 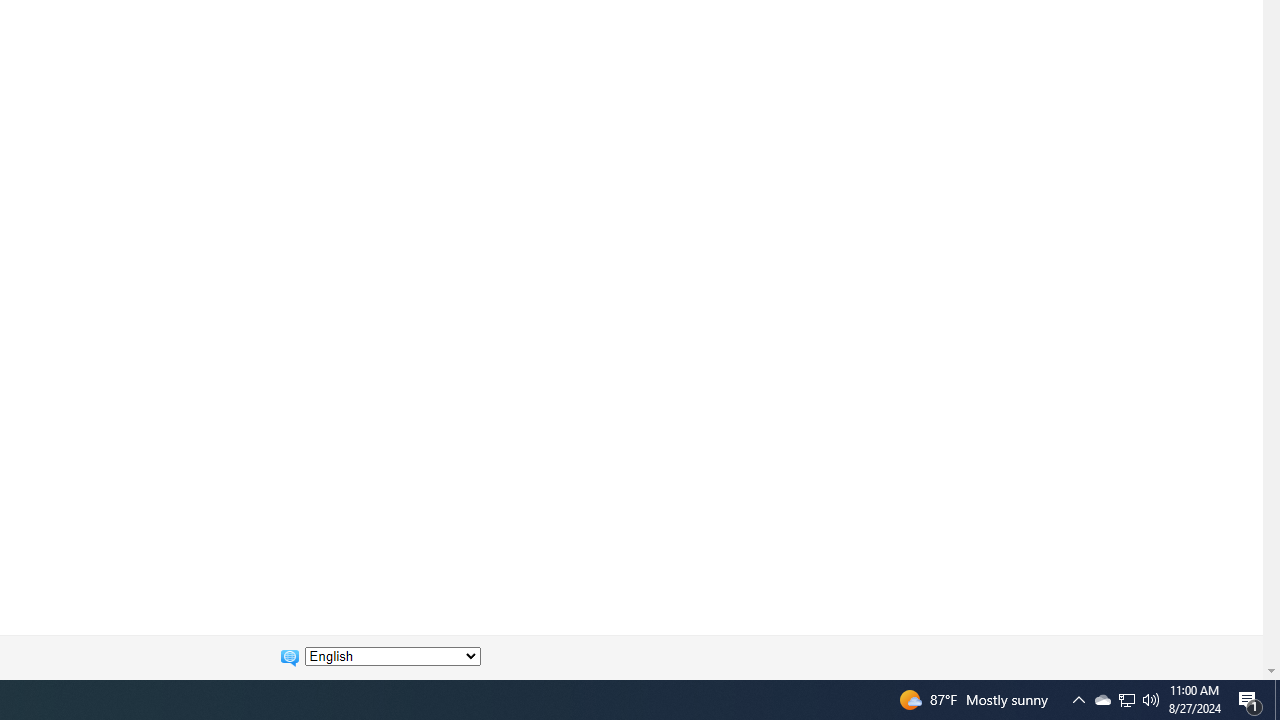 I want to click on 'Change language:', so click(x=392, y=656).